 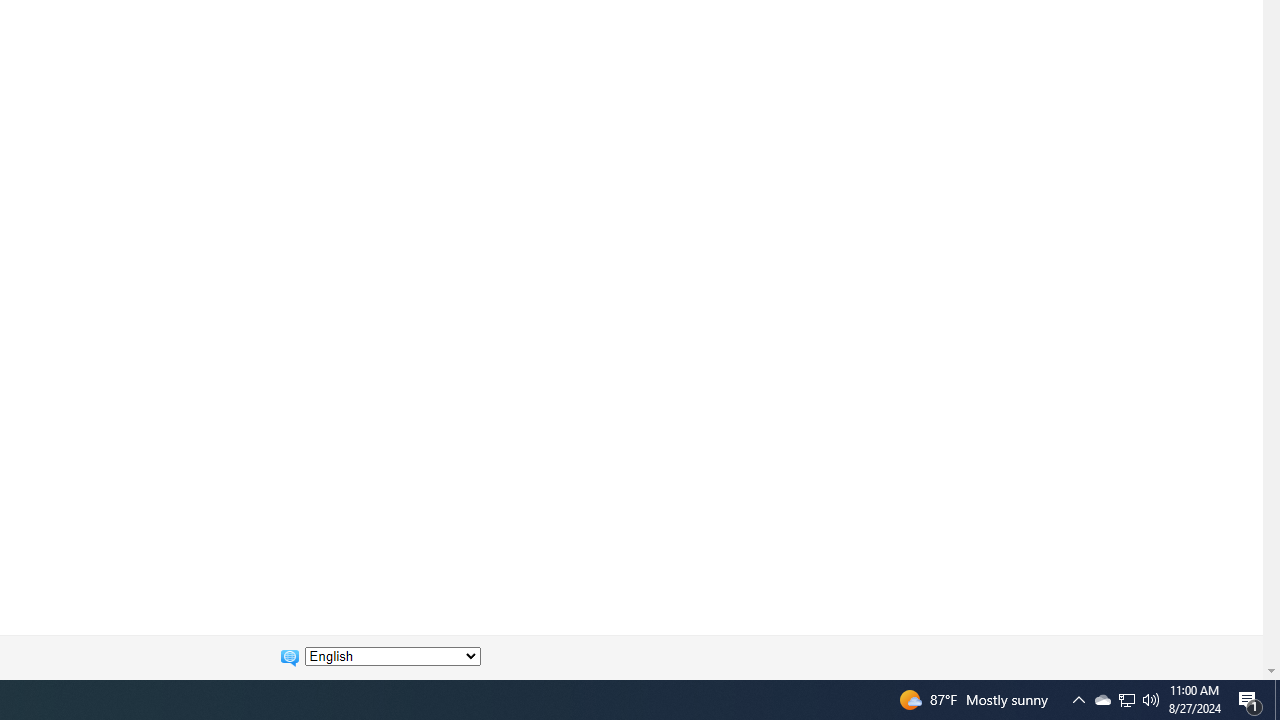 I want to click on 'Change language:', so click(x=392, y=656).